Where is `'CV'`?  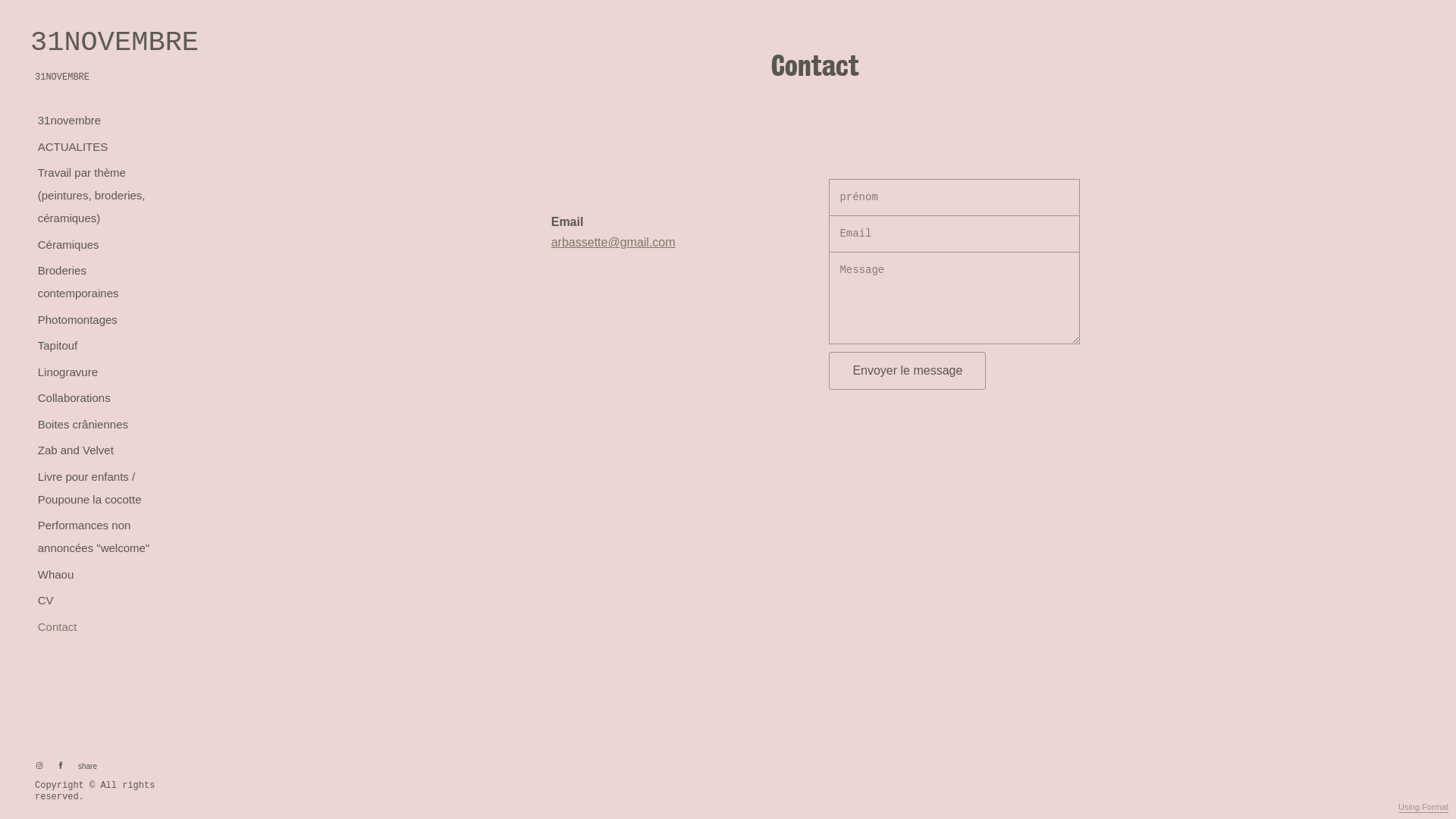 'CV' is located at coordinates (45, 599).